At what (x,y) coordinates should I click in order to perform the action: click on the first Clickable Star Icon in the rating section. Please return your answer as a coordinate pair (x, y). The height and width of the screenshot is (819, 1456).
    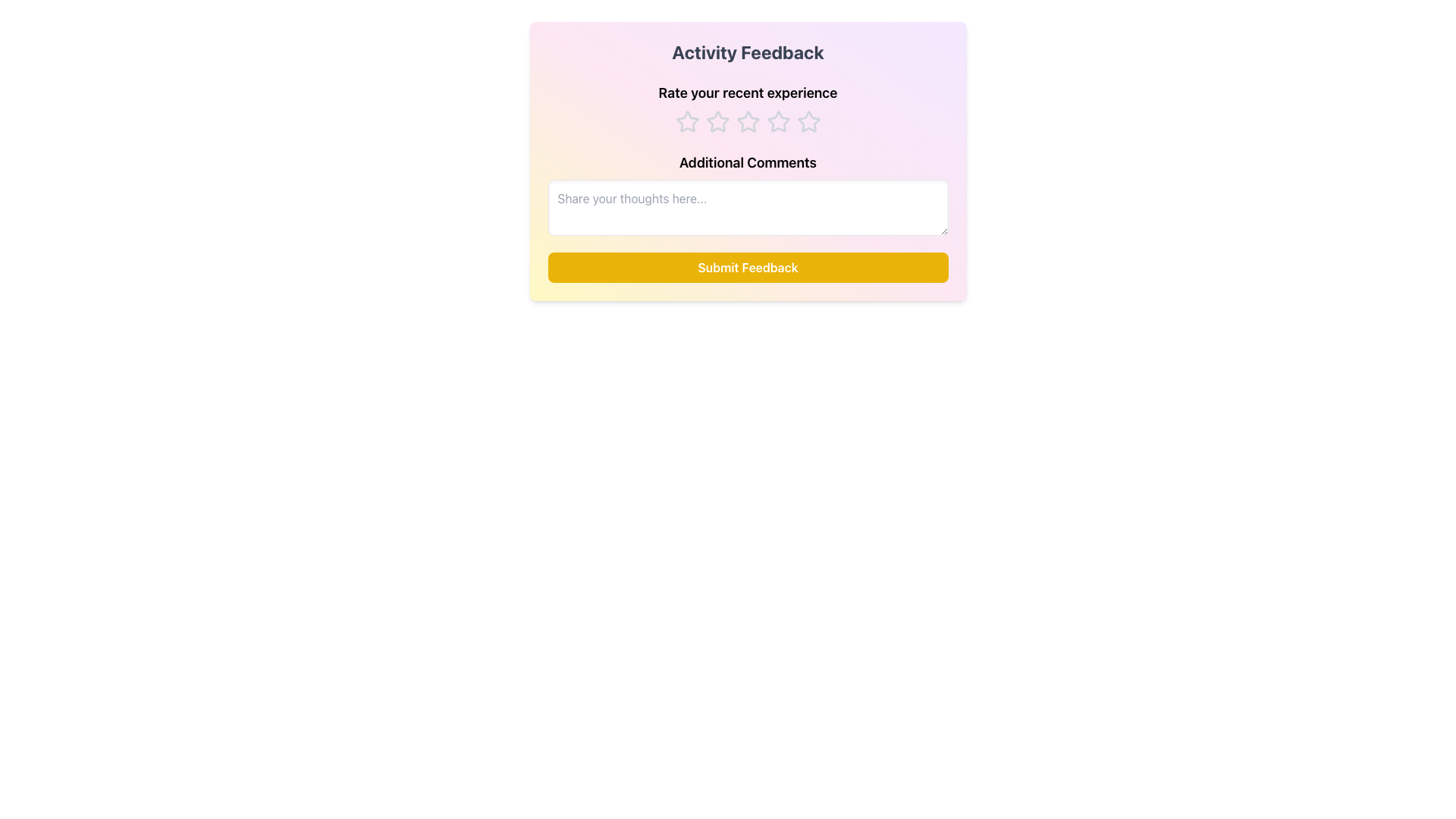
    Looking at the image, I should click on (686, 121).